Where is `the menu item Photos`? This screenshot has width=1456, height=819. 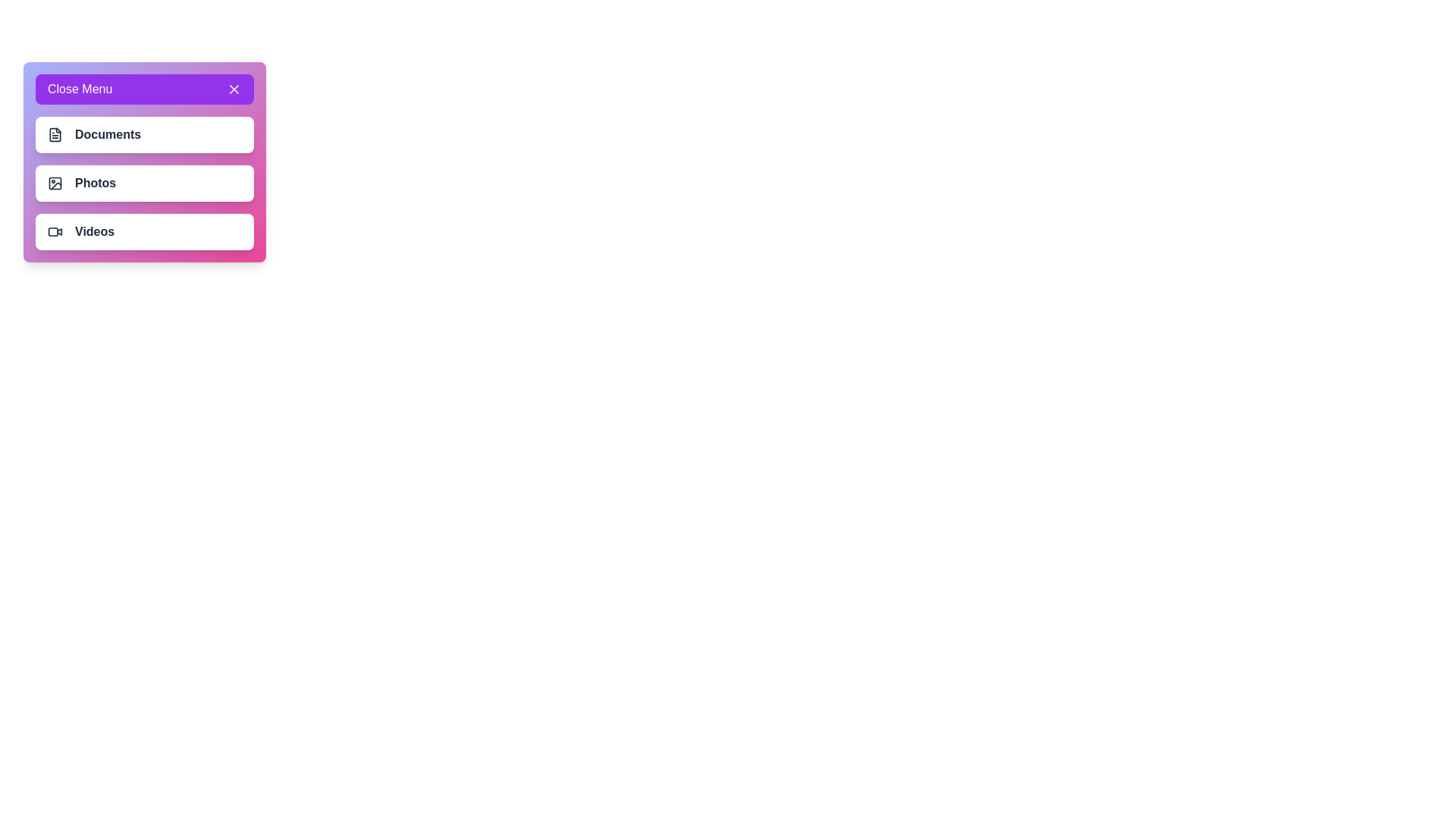
the menu item Photos is located at coordinates (55, 183).